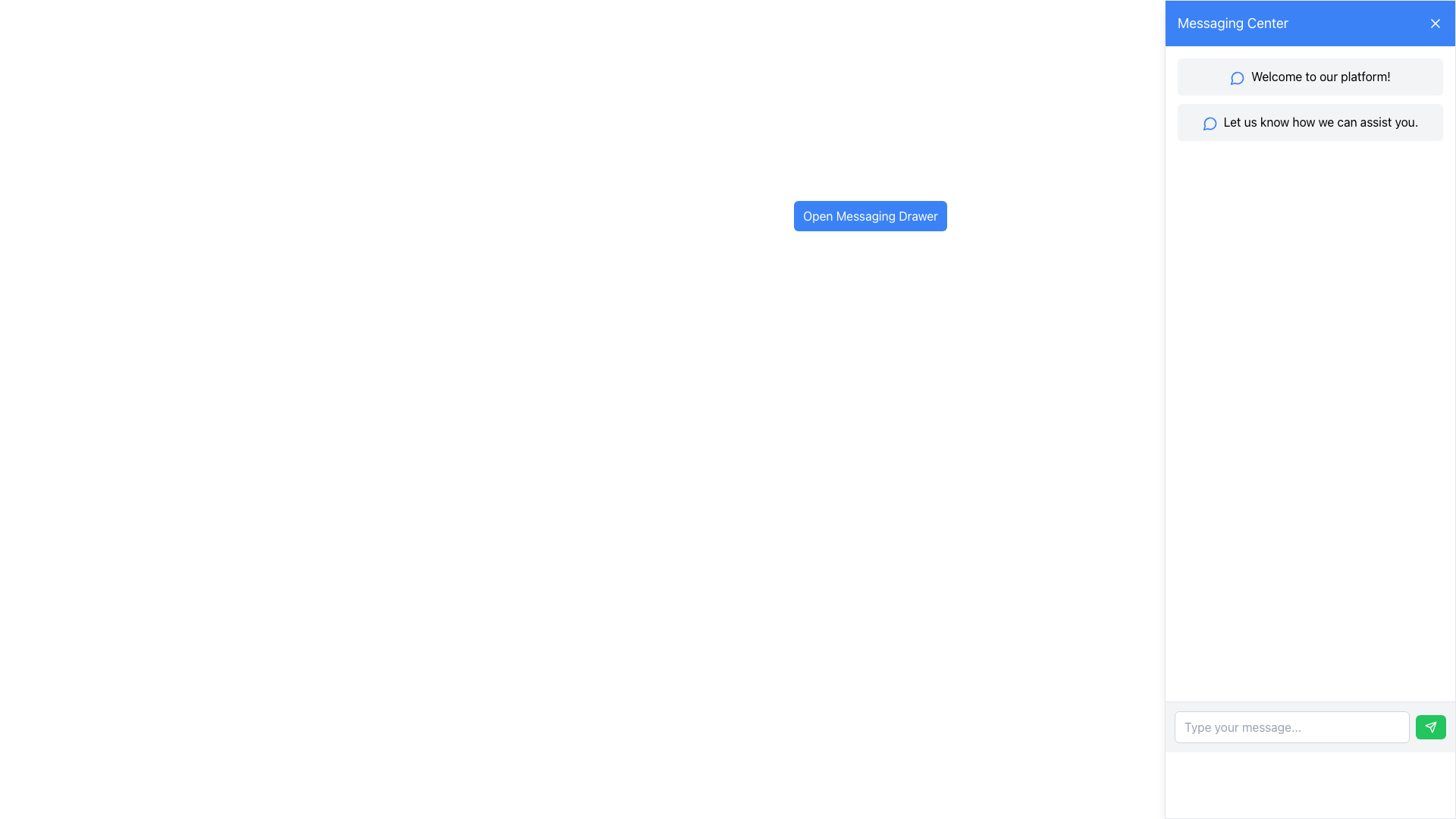 The width and height of the screenshot is (1456, 819). What do you see at coordinates (1209, 122) in the screenshot?
I see `the communication icon located to the left of the text 'Let us know how we can assist you.' in the 'Messaging Center' panel` at bounding box center [1209, 122].